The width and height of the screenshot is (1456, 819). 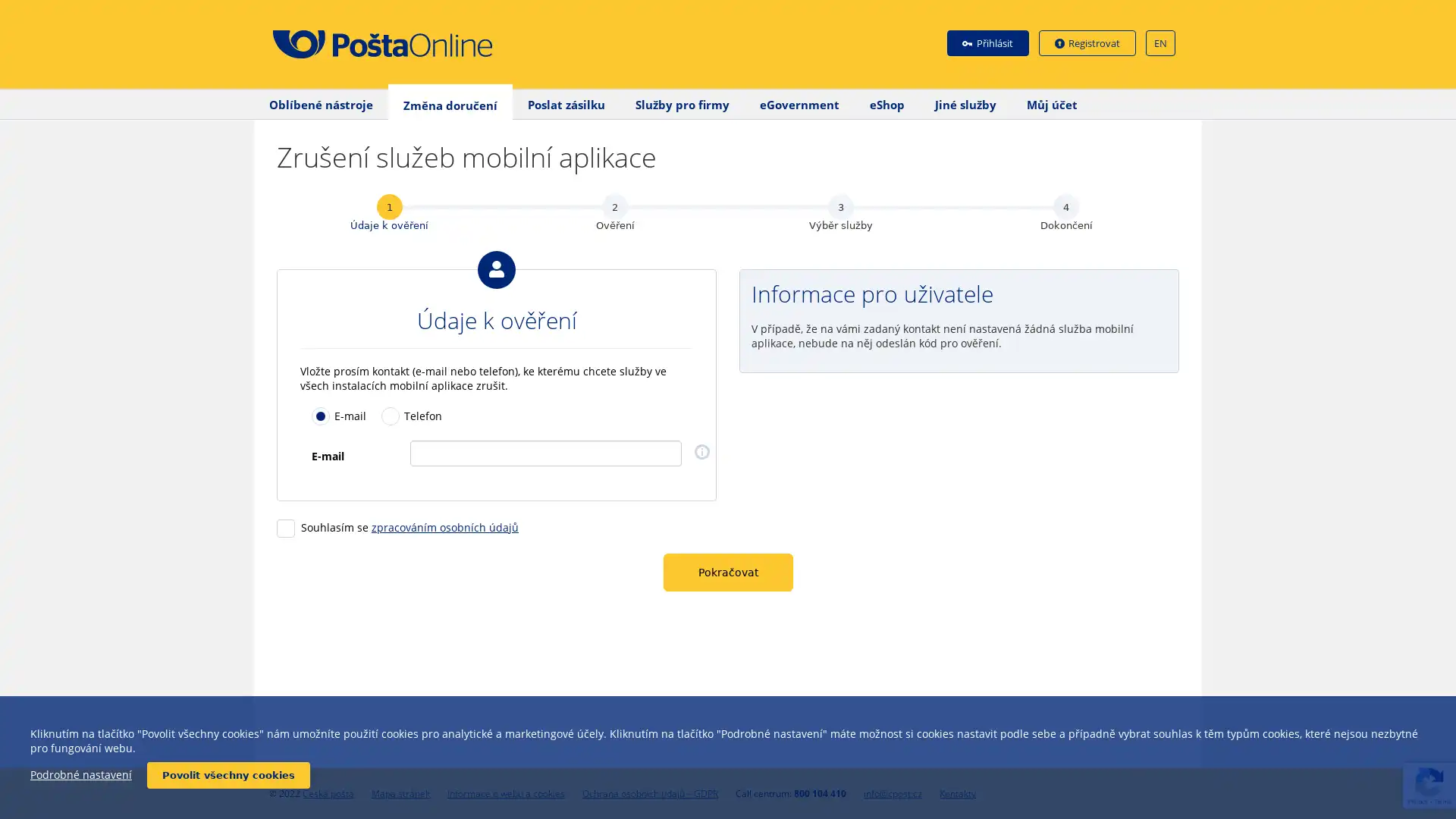 I want to click on Povolit vsechny cookies, so click(x=227, y=775).